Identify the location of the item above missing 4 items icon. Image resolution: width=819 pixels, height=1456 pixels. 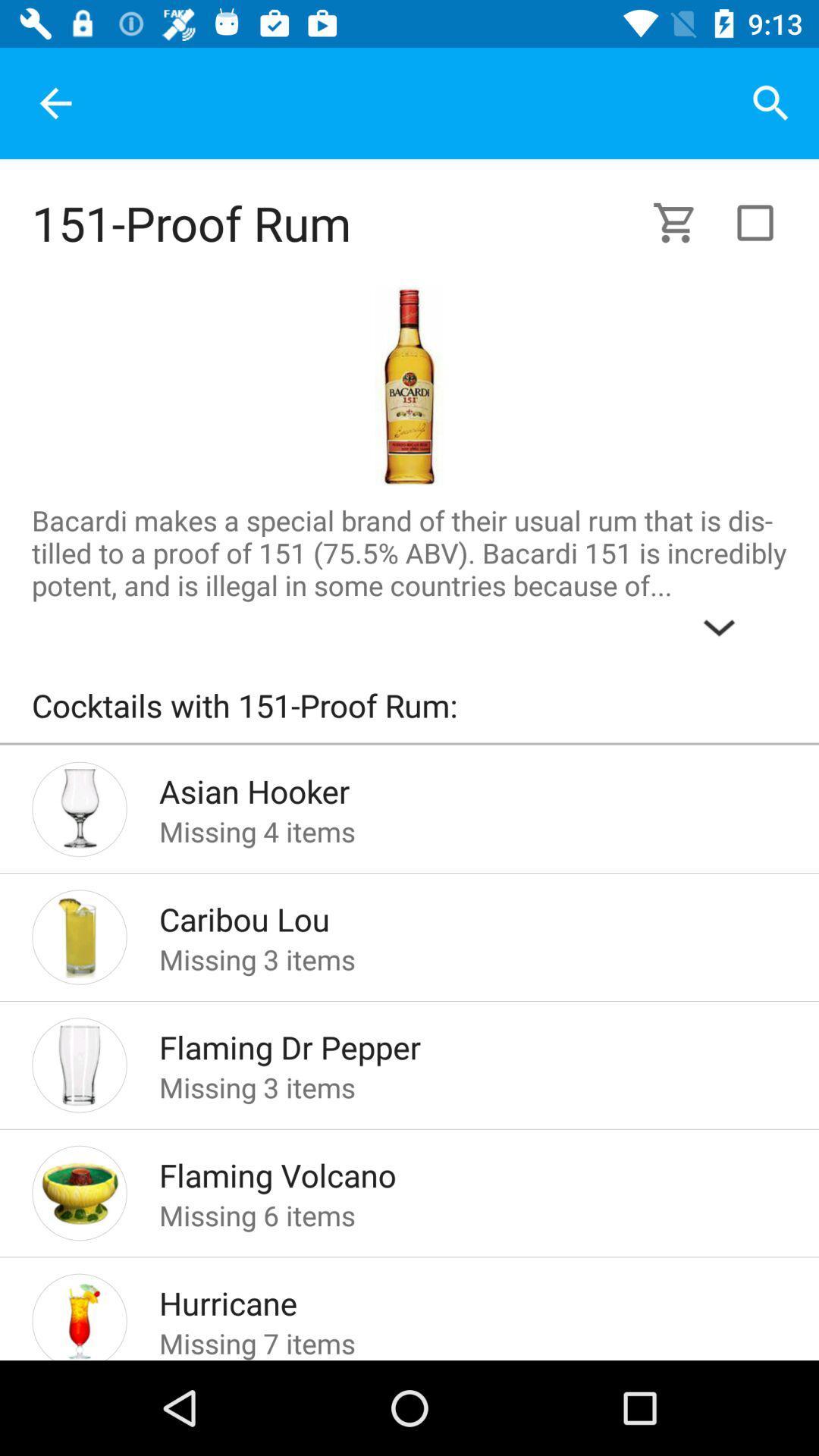
(448, 786).